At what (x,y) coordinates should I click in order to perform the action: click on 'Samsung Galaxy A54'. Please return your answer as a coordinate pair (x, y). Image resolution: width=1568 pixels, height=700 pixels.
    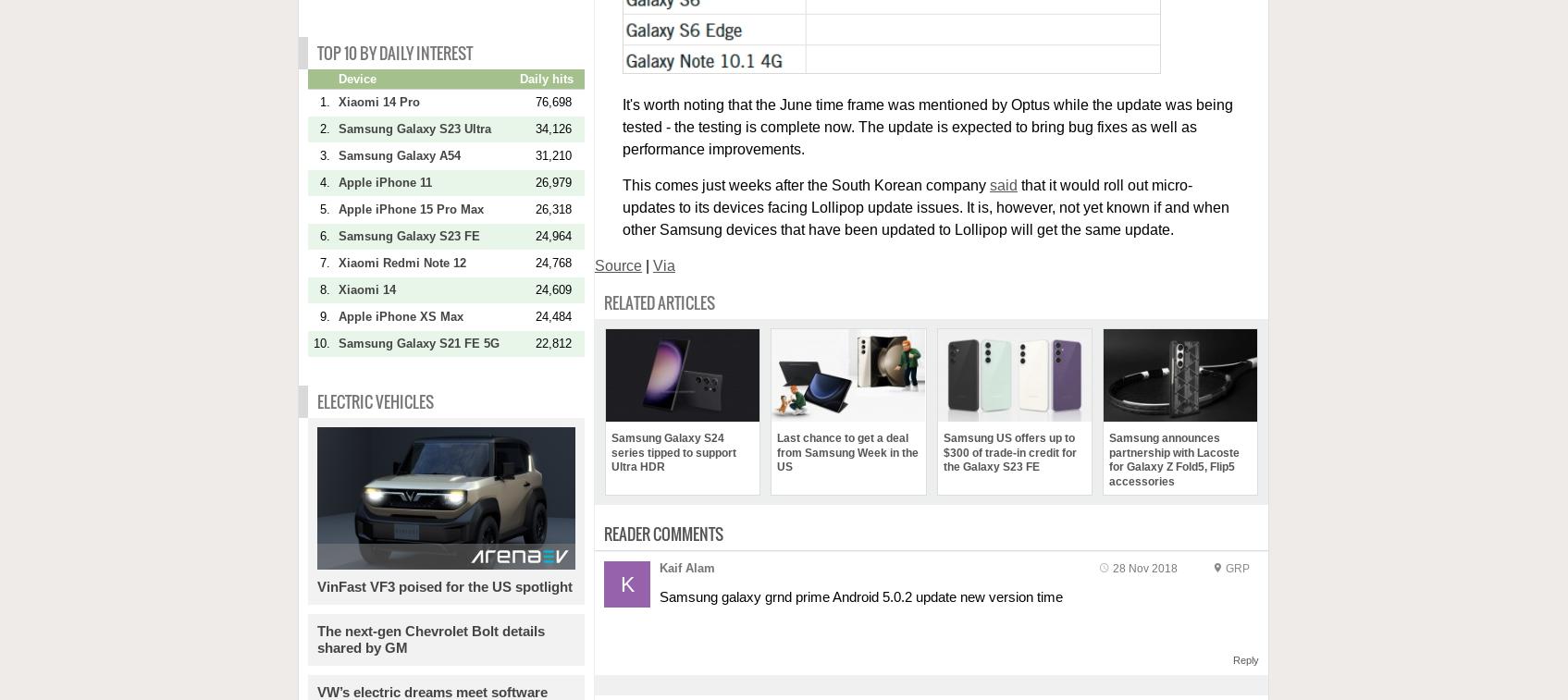
    Looking at the image, I should click on (399, 154).